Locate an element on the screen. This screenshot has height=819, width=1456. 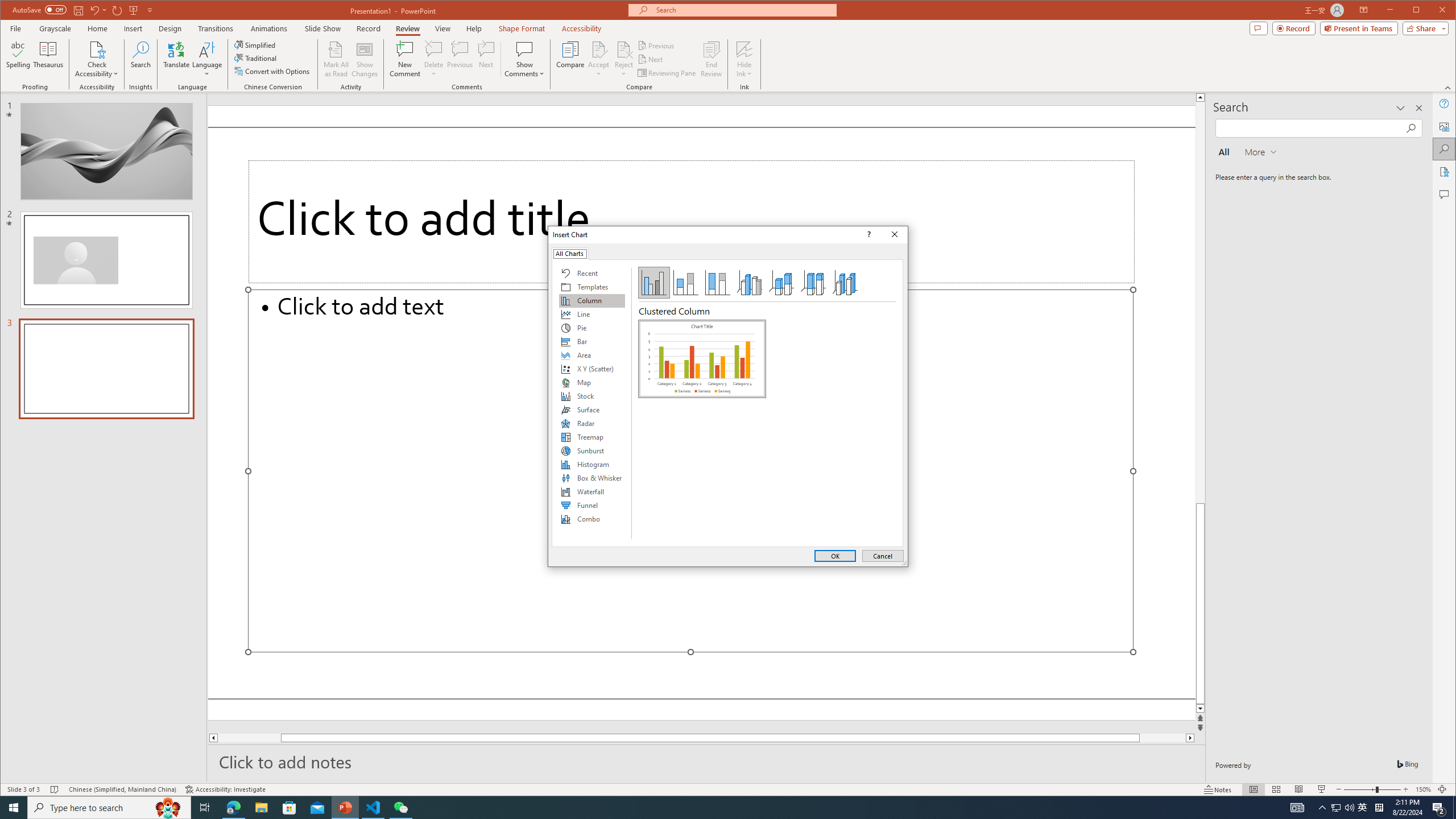
'Box & Whisker' is located at coordinates (591, 477).